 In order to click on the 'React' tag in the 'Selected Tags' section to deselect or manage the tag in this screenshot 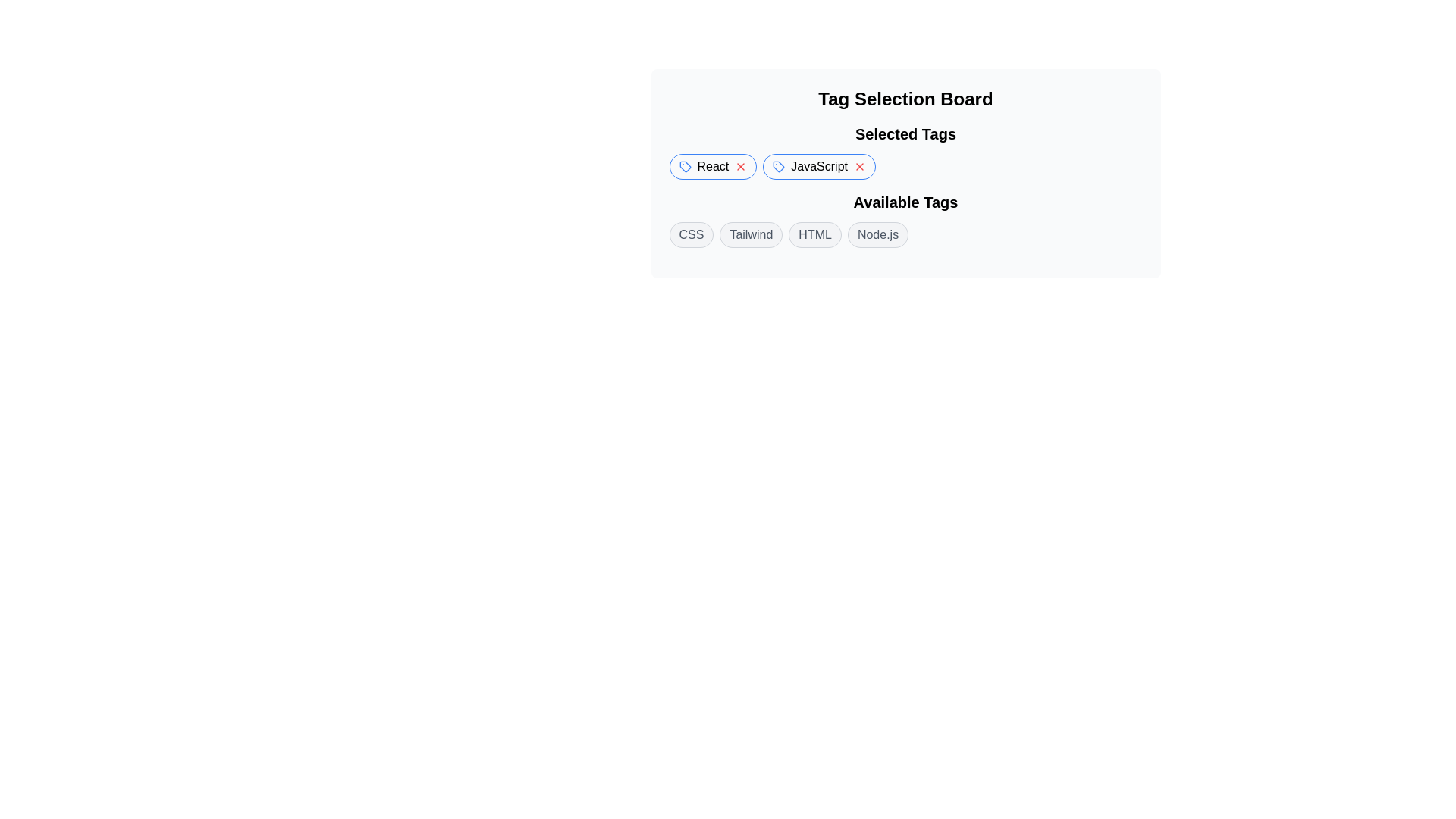, I will do `click(712, 166)`.